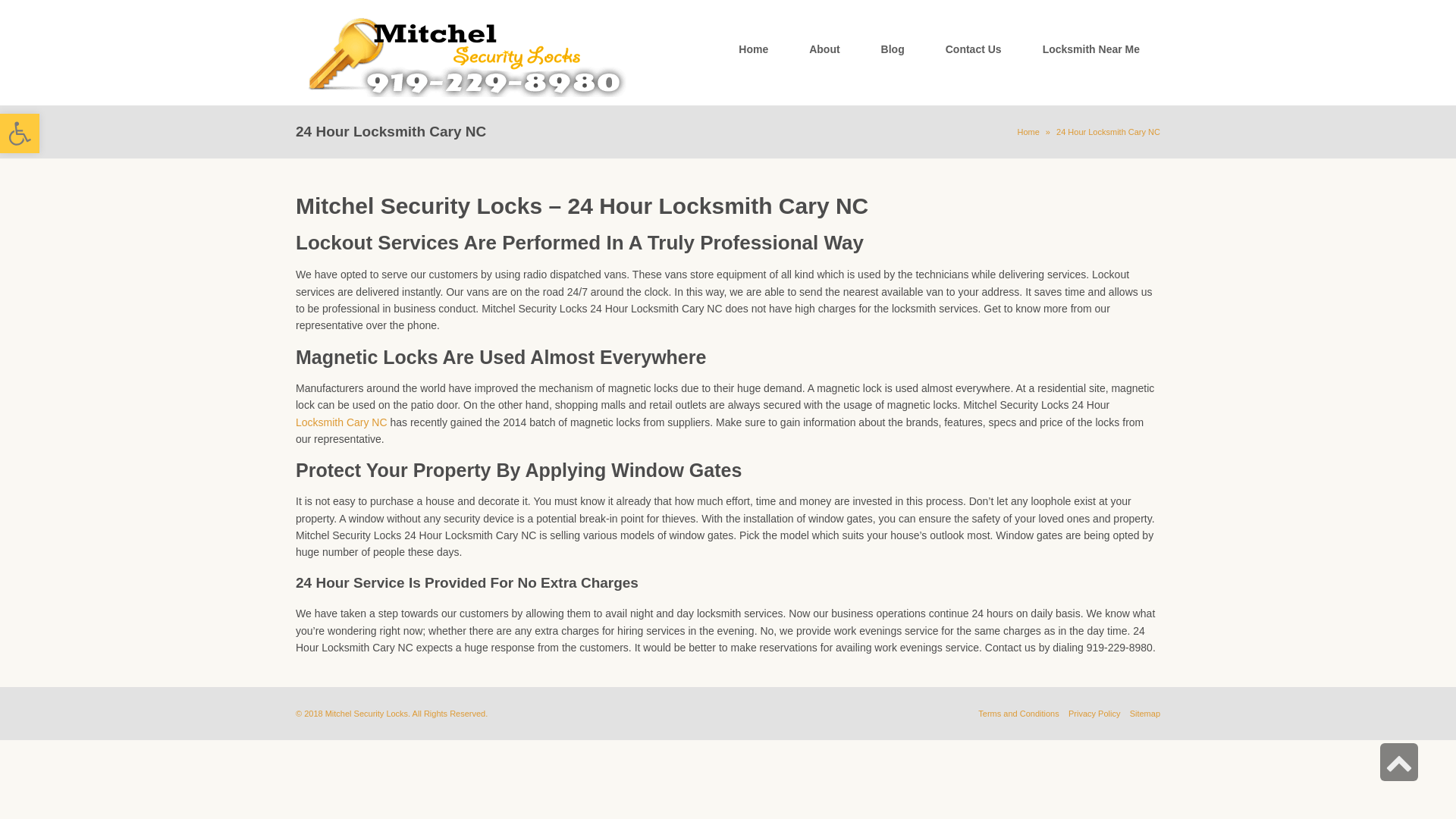  I want to click on 'Blog', so click(893, 49).